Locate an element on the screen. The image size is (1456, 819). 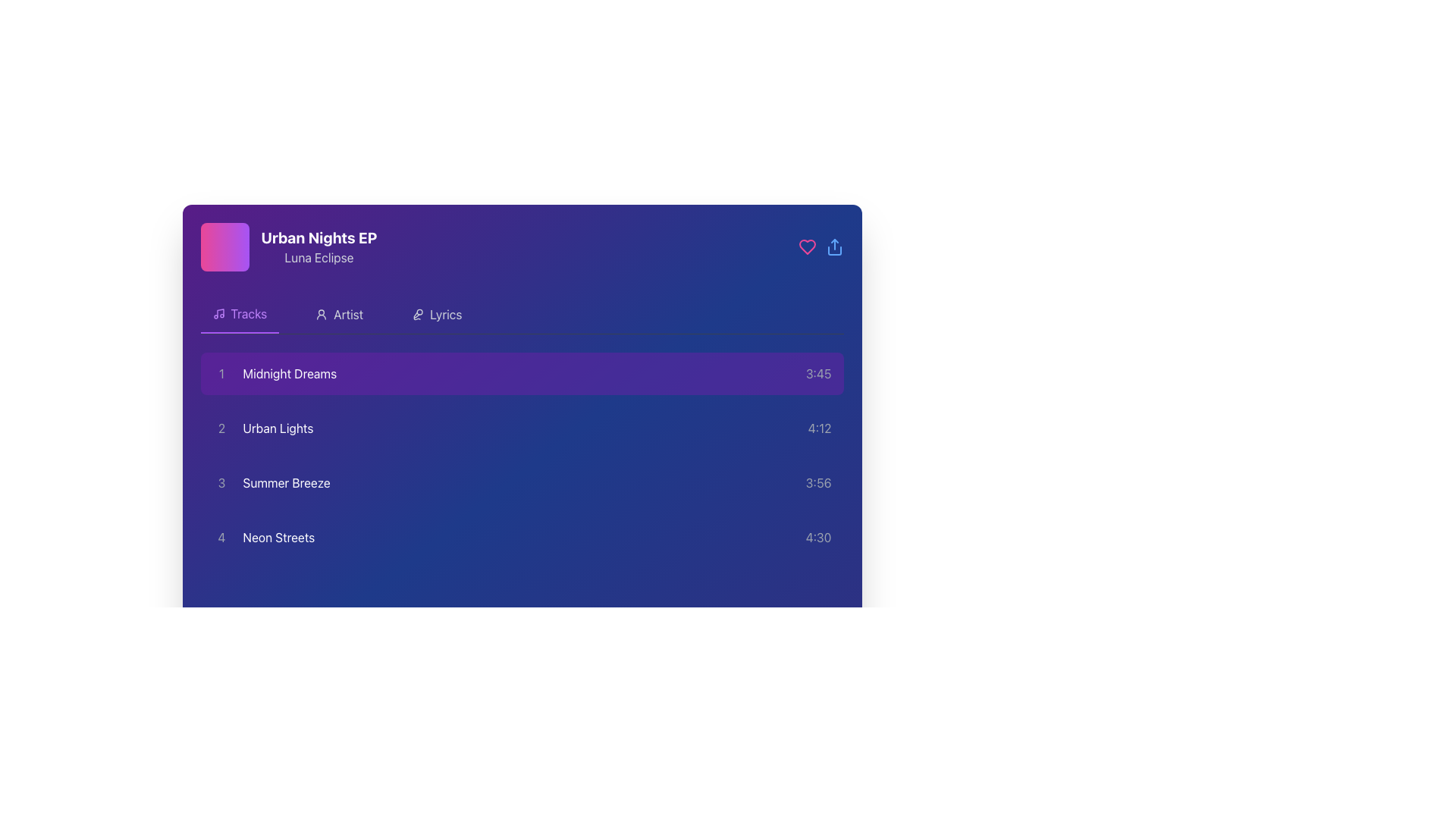
the 'Tracks' navigation button at the top of the main content section to possibly reveal a tooltip or change its style is located at coordinates (239, 314).